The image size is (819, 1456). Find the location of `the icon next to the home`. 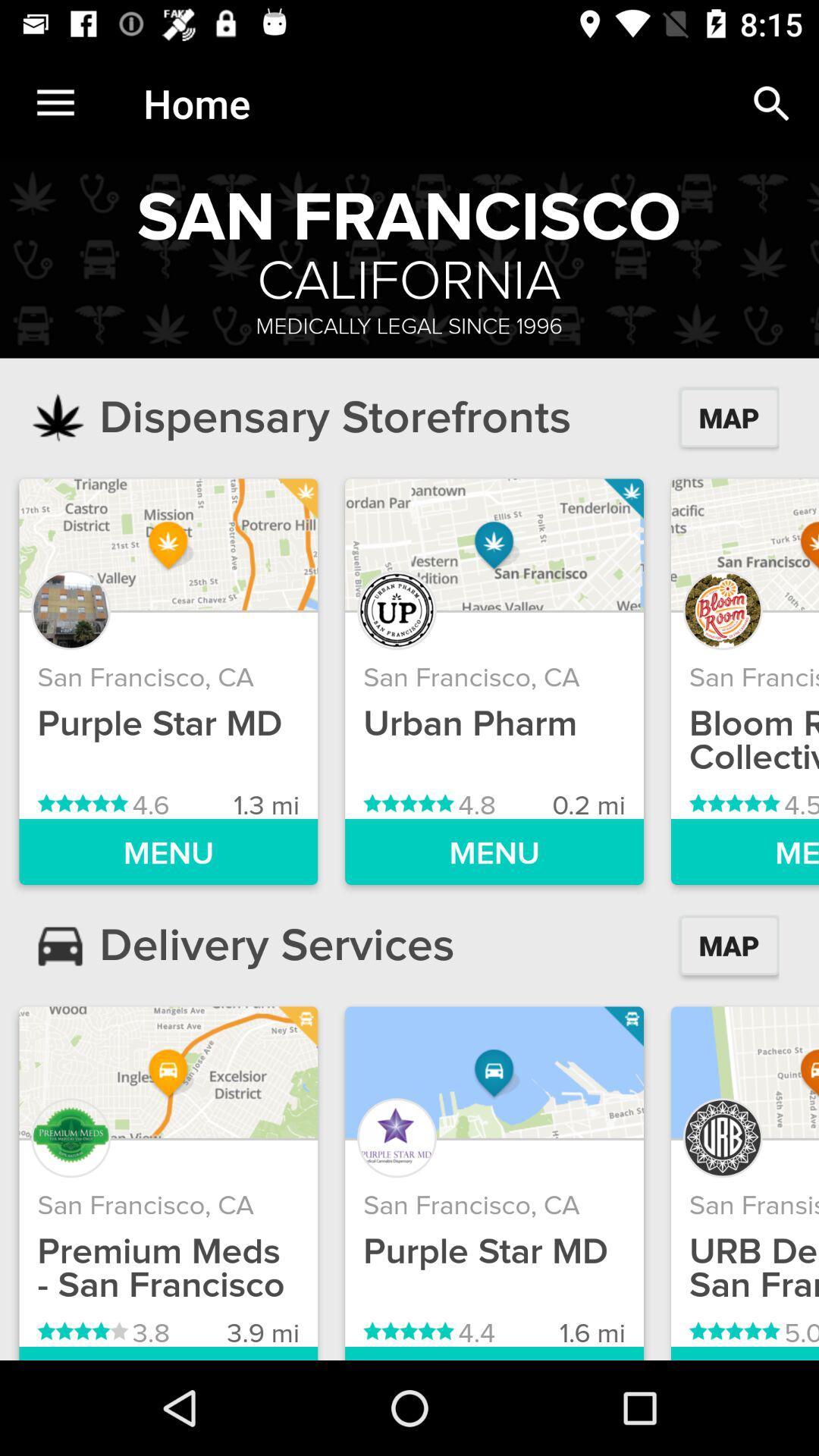

the icon next to the home is located at coordinates (771, 102).